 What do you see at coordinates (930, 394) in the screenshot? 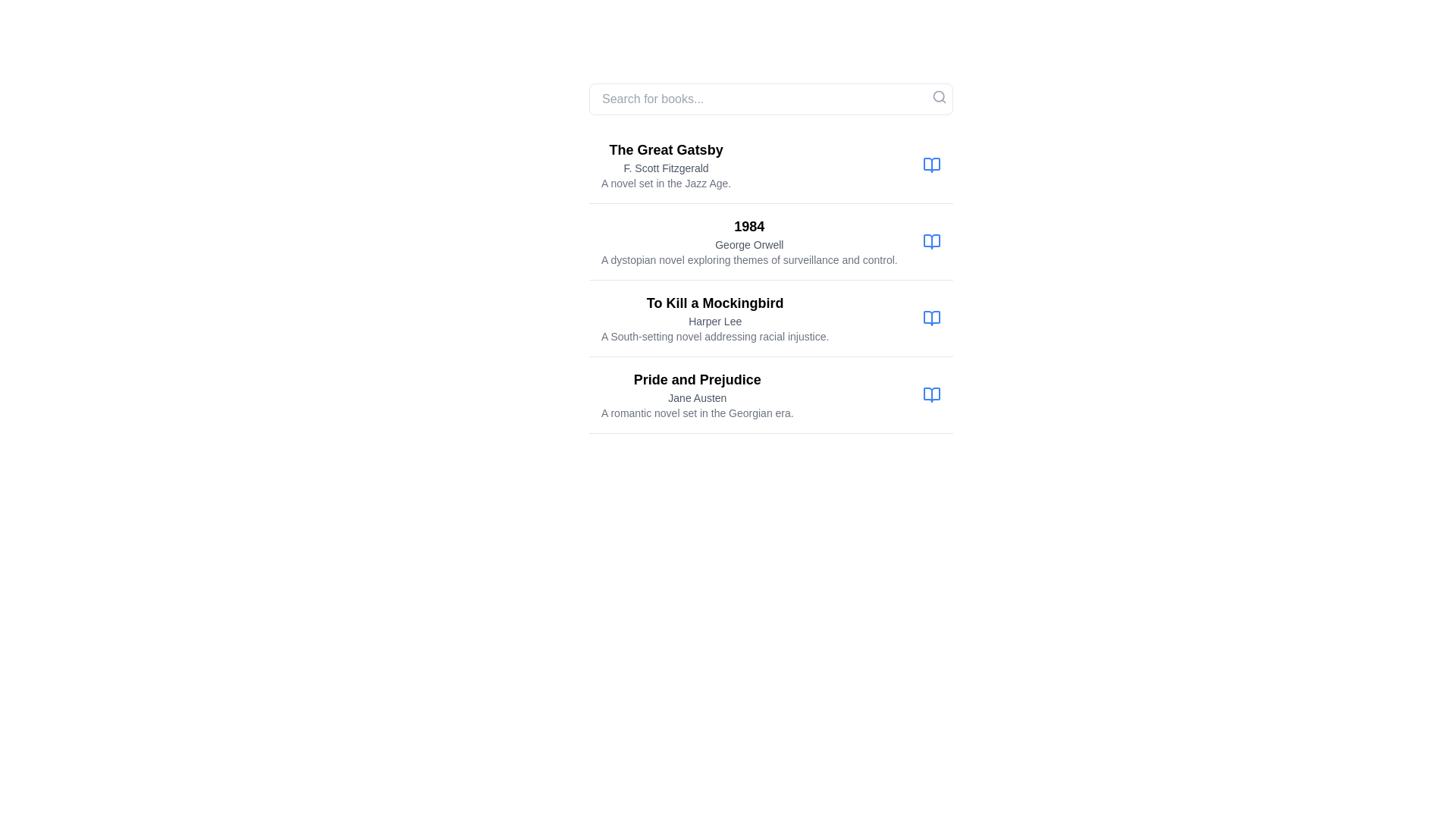
I see `the book icon located to the right of the 'Pride and Prejudice' entry` at bounding box center [930, 394].